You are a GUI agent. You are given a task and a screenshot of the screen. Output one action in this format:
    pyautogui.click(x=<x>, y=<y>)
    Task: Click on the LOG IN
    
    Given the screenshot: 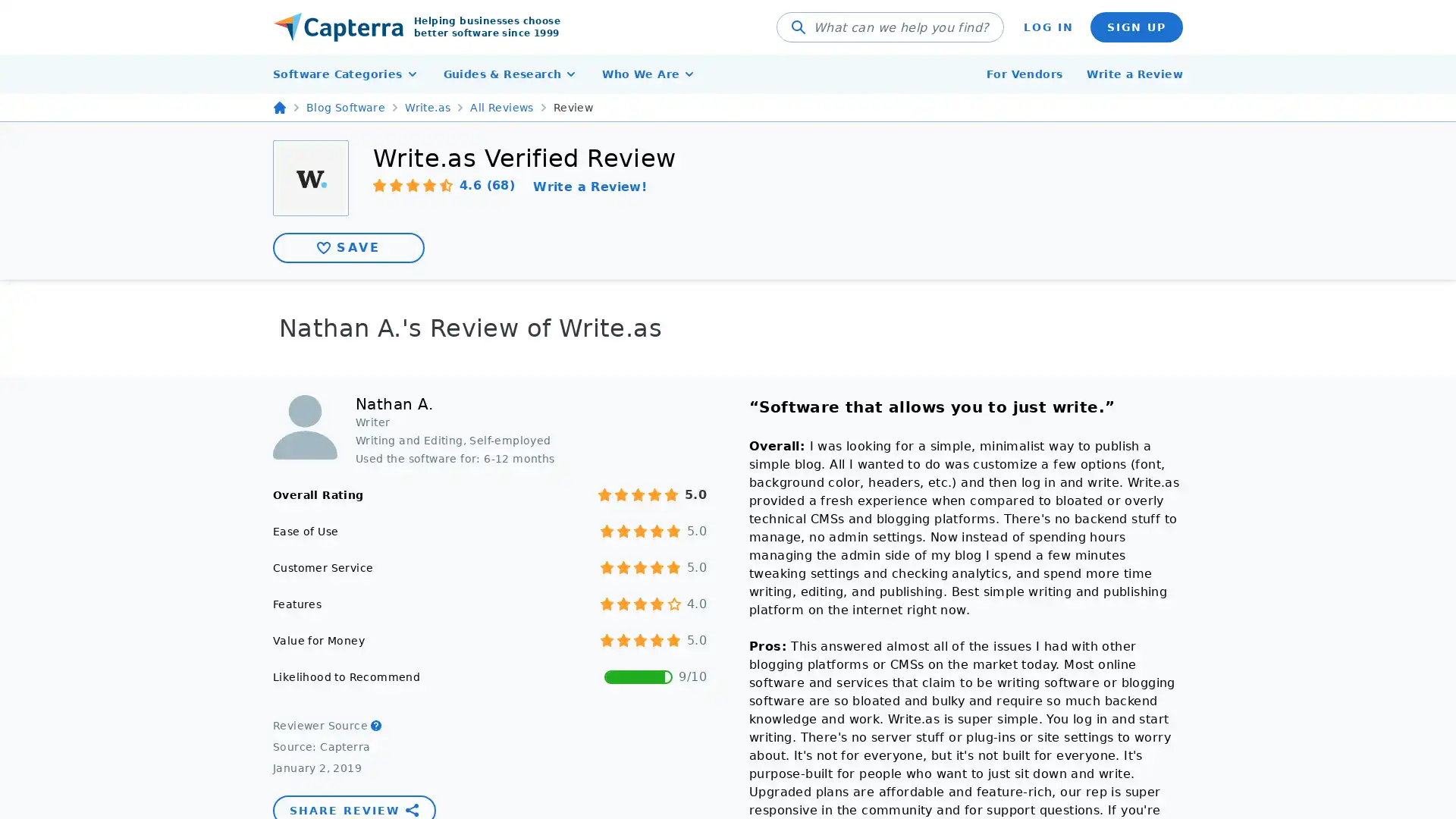 What is the action you would take?
    pyautogui.click(x=1047, y=27)
    